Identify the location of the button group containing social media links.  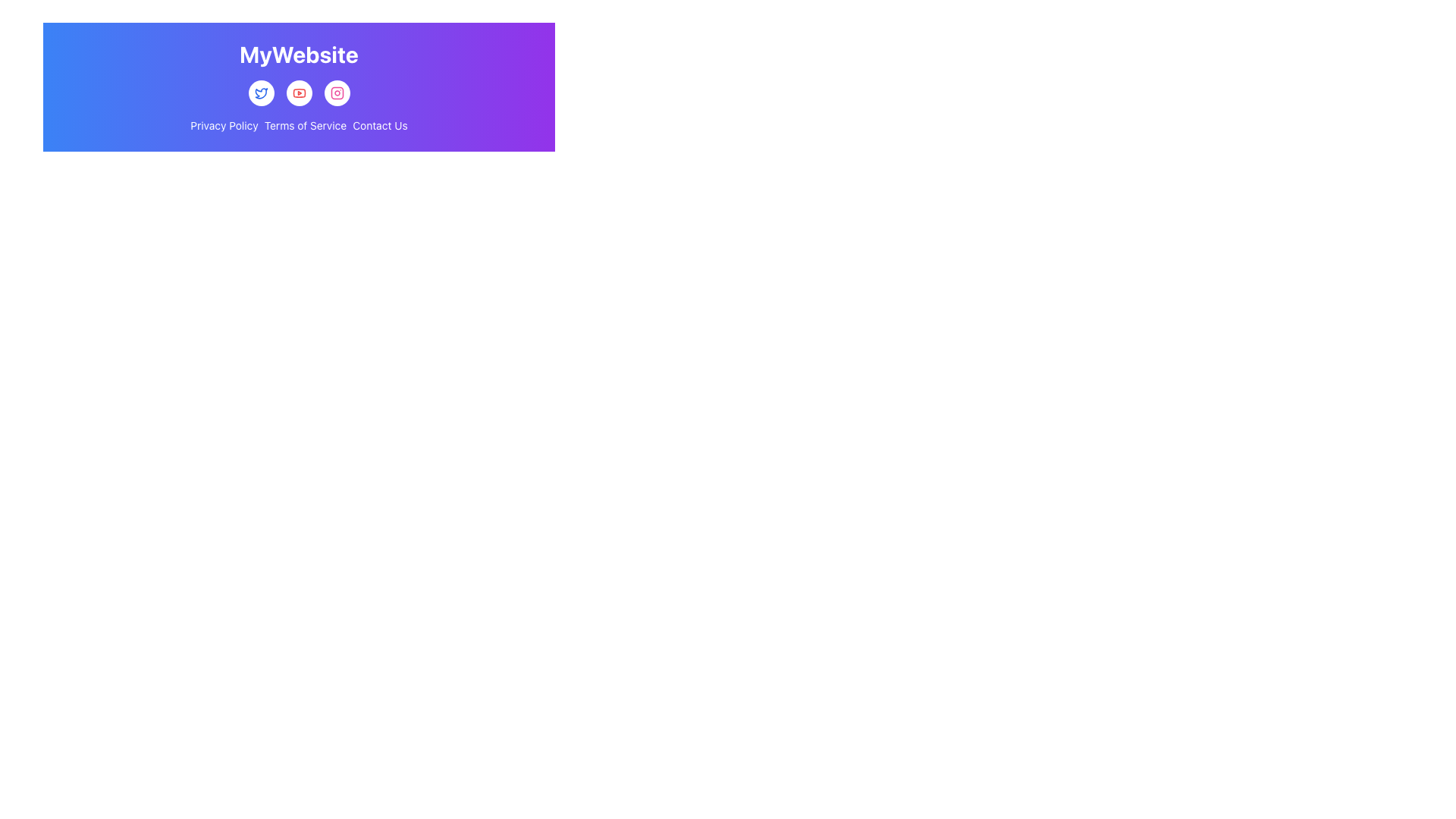
(299, 93).